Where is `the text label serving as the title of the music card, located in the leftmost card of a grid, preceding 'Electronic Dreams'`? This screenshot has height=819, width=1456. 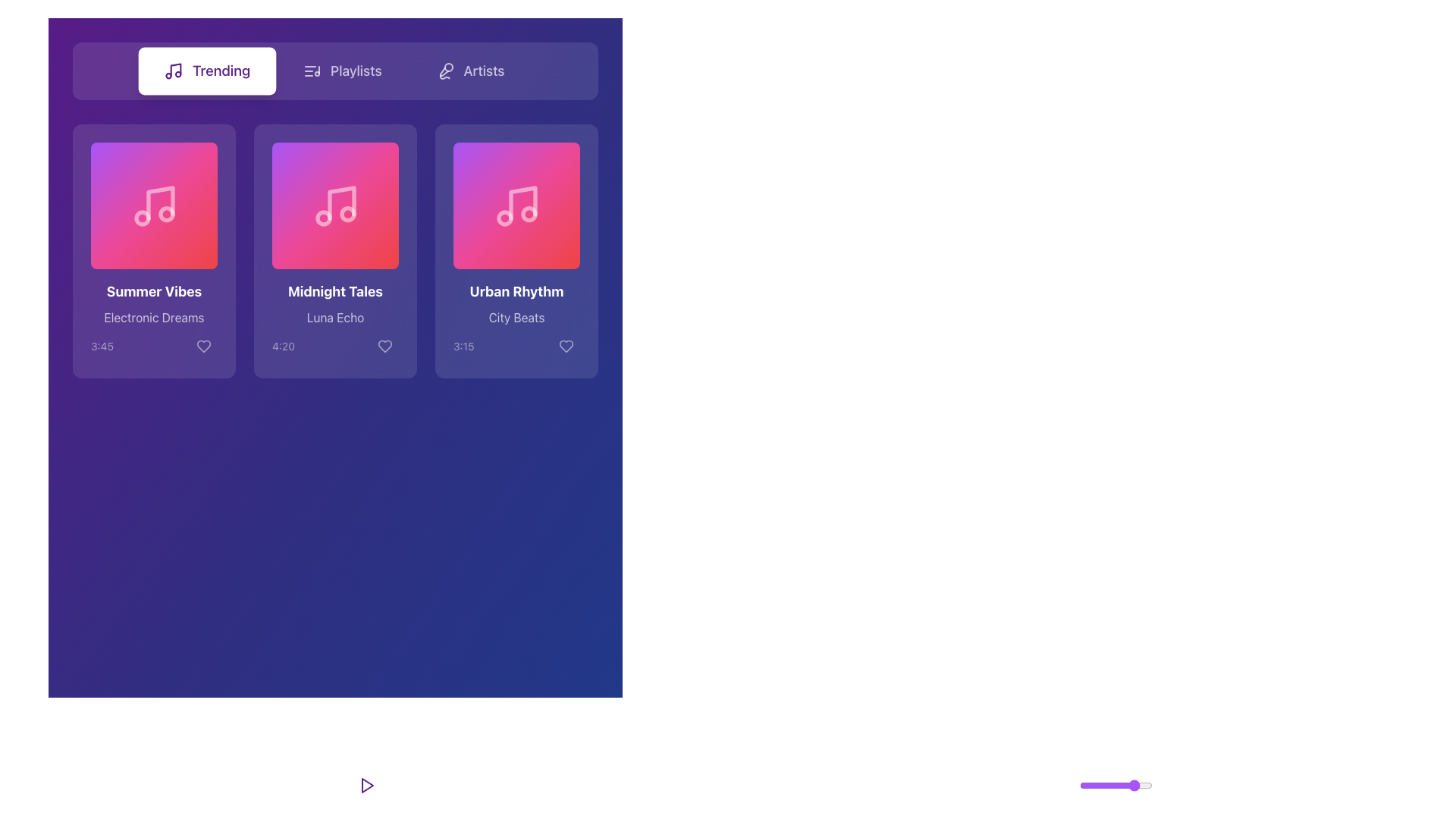
the text label serving as the title of the music card, located in the leftmost card of a grid, preceding 'Electronic Dreams' is located at coordinates (154, 292).